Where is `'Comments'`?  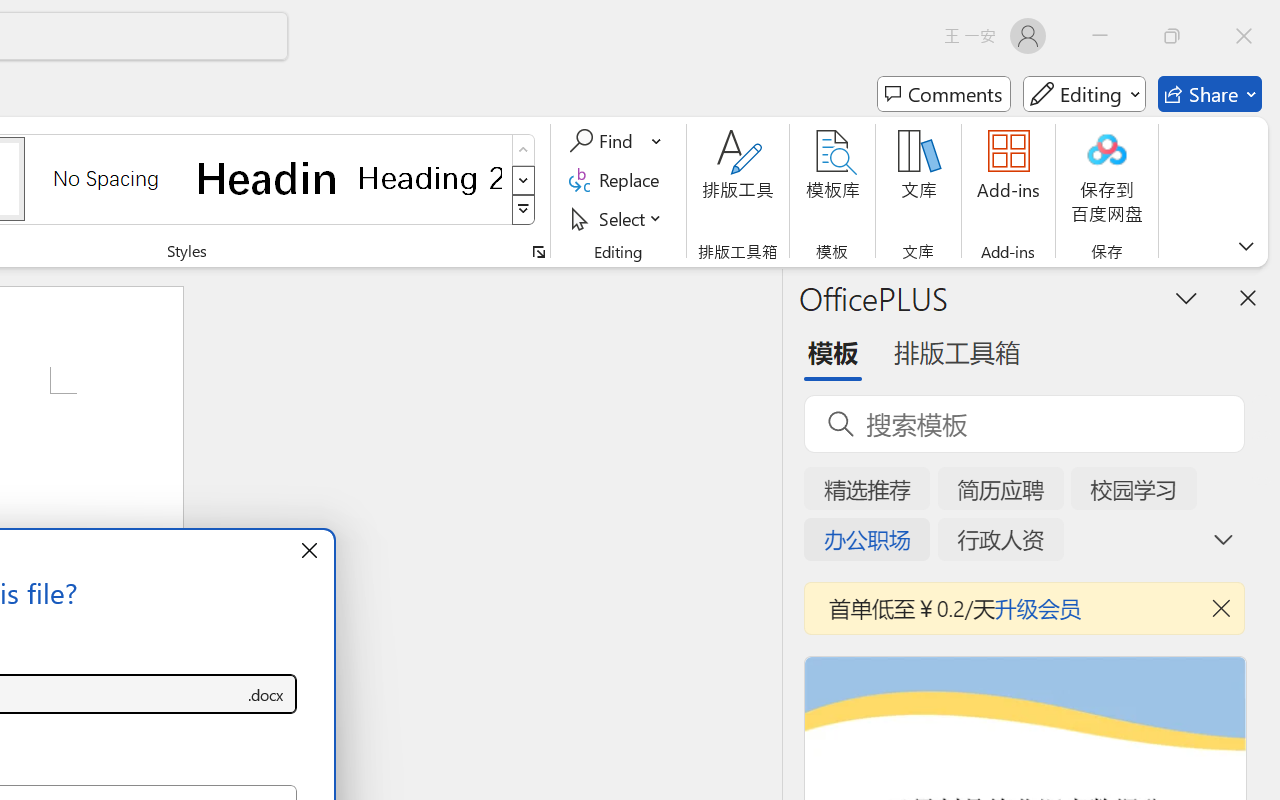 'Comments' is located at coordinates (943, 94).